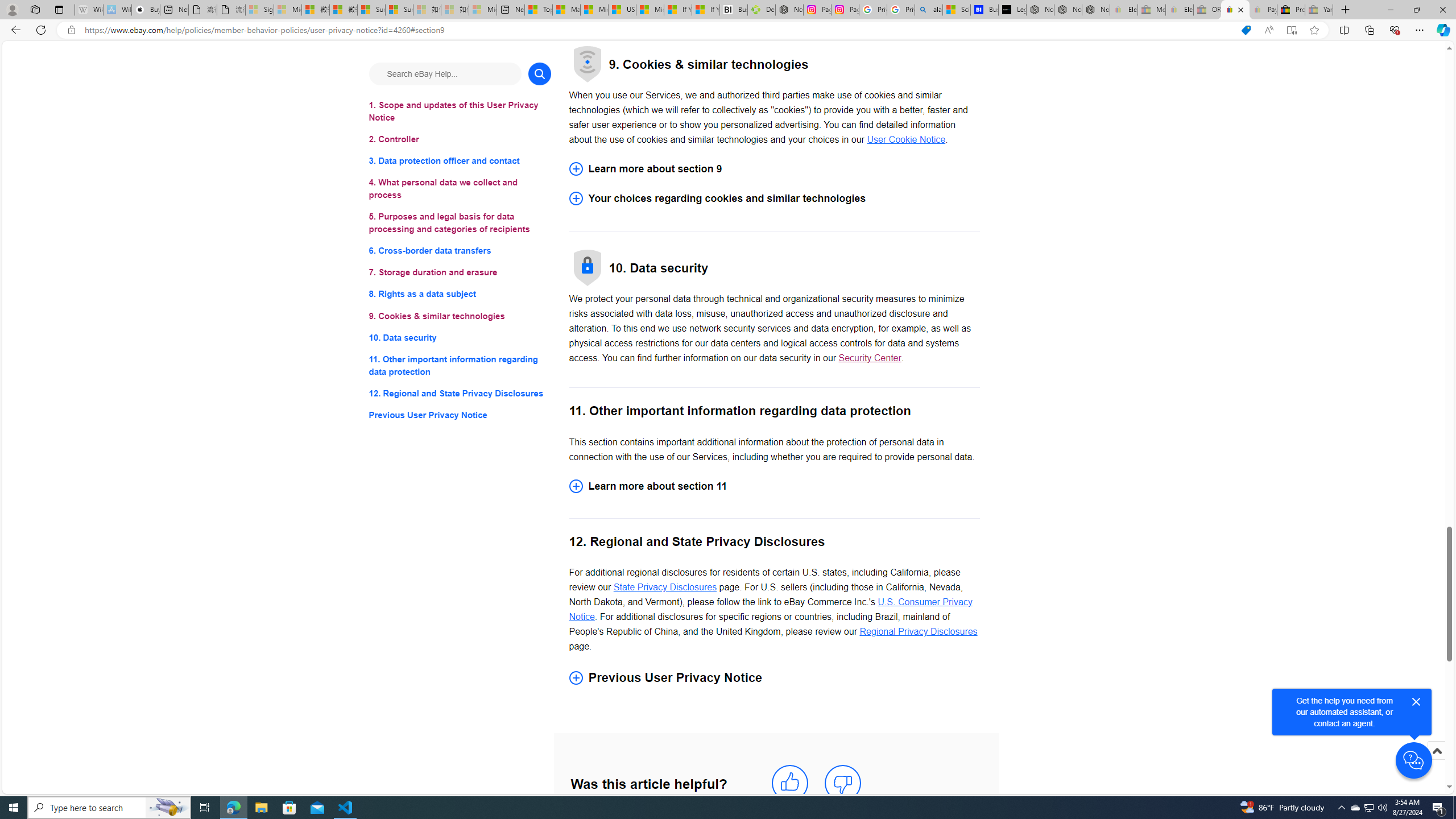  Describe the element at coordinates (1436, 750) in the screenshot. I see `'Scroll to top'` at that location.